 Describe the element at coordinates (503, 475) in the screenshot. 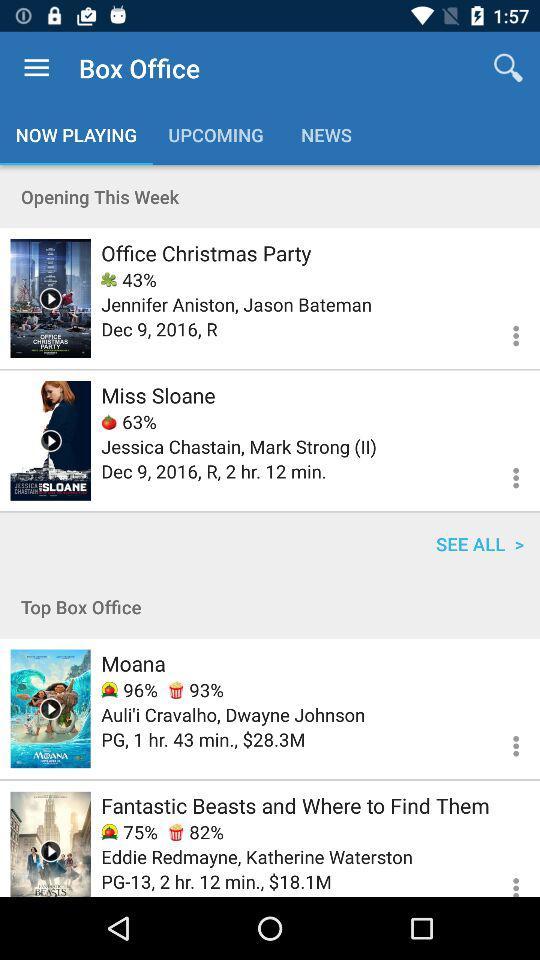

I see `show options` at that location.